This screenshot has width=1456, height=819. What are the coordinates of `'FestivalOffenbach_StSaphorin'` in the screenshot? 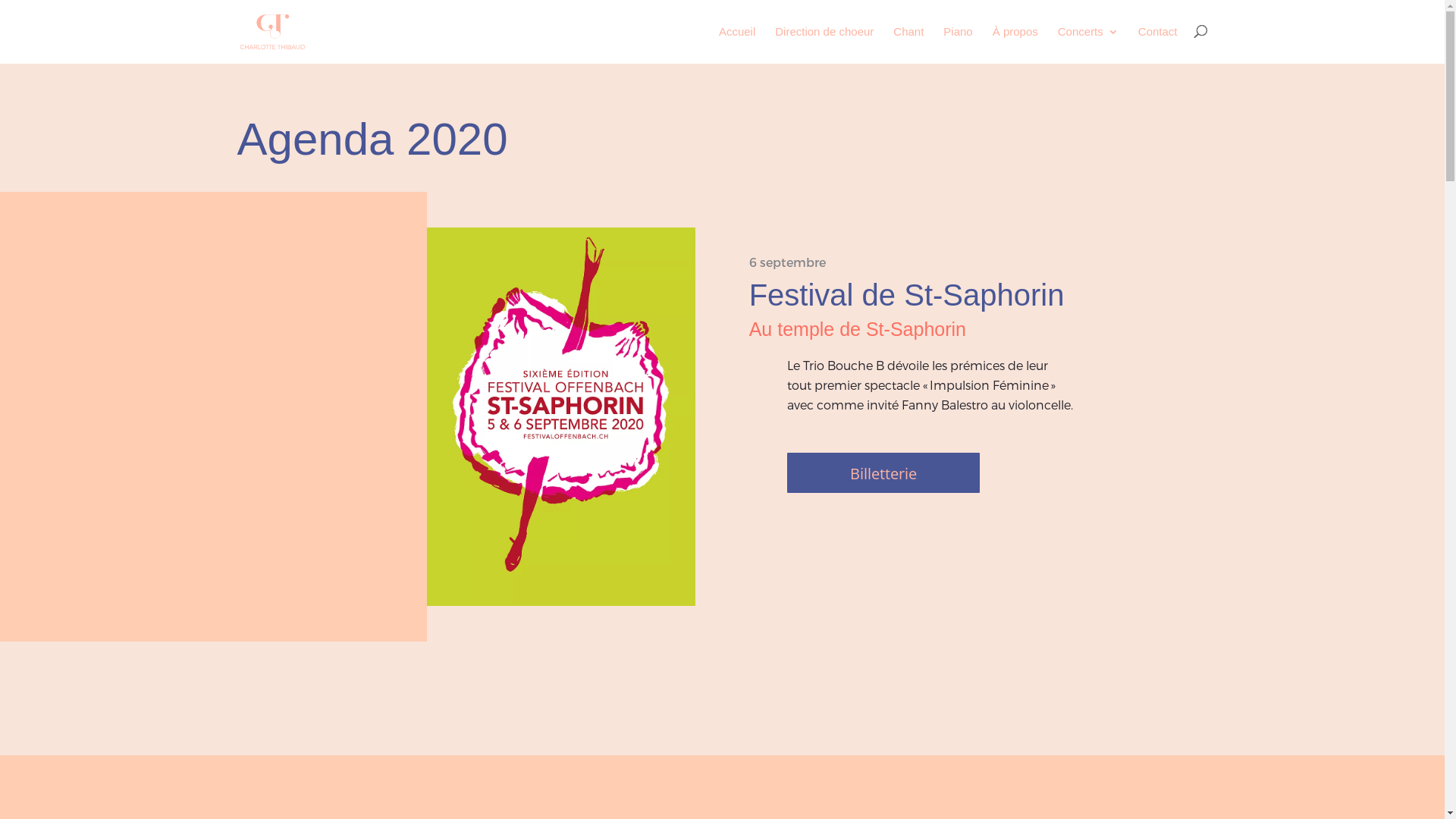 It's located at (560, 416).